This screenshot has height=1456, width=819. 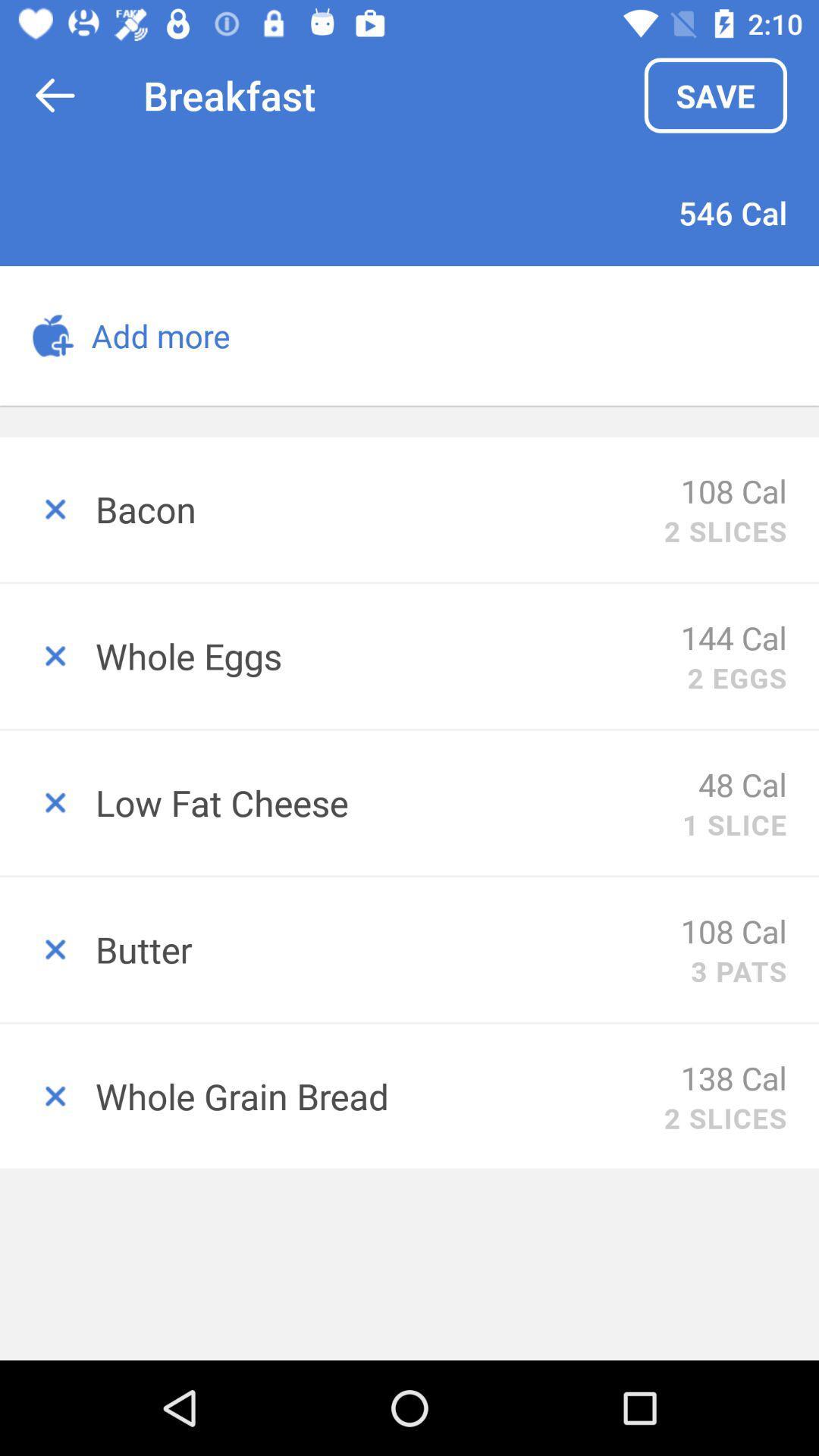 What do you see at coordinates (733, 1077) in the screenshot?
I see `the icon above 2 slices item` at bounding box center [733, 1077].